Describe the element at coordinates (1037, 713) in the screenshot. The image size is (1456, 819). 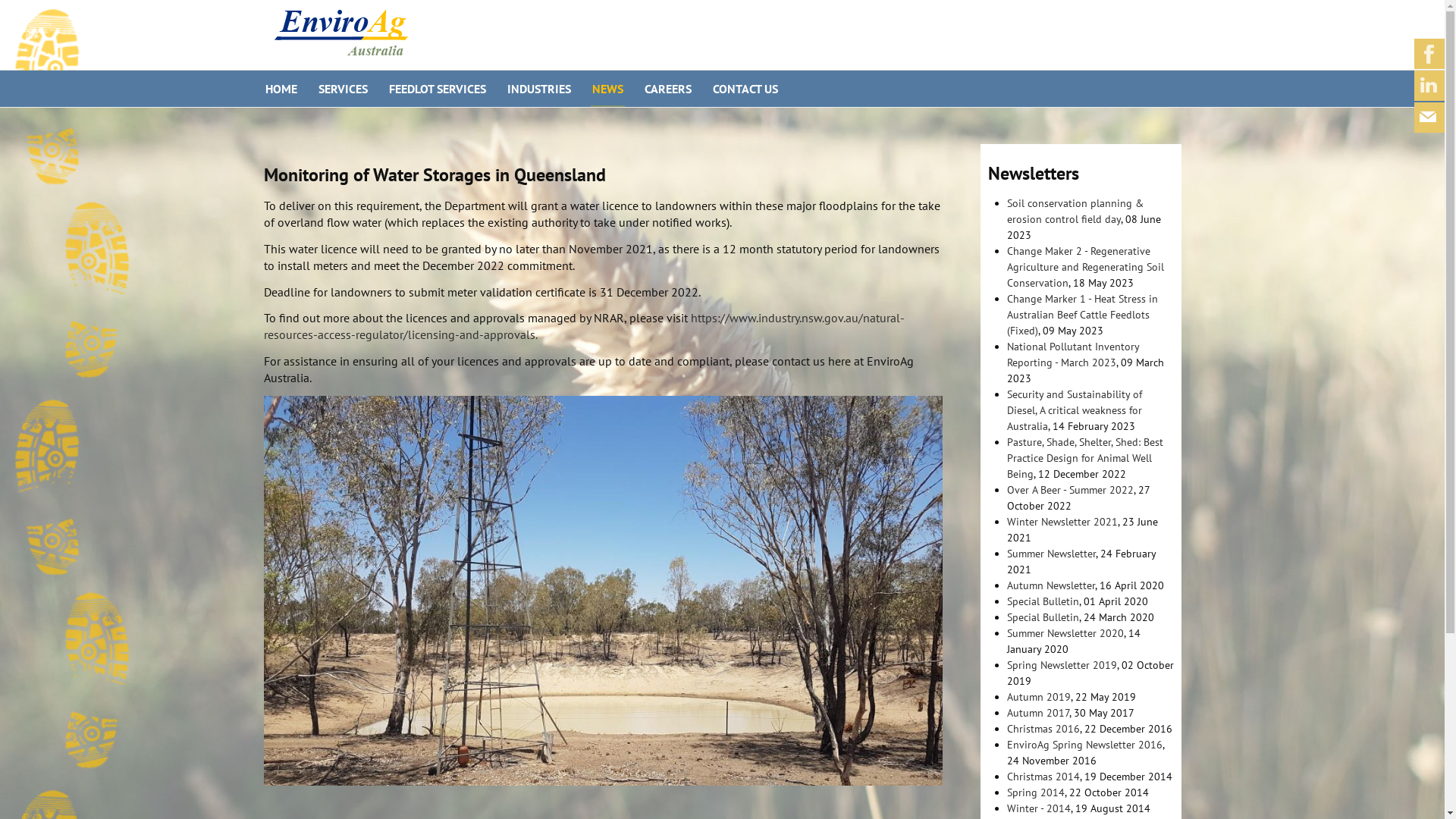
I see `'Autumn 2017'` at that location.